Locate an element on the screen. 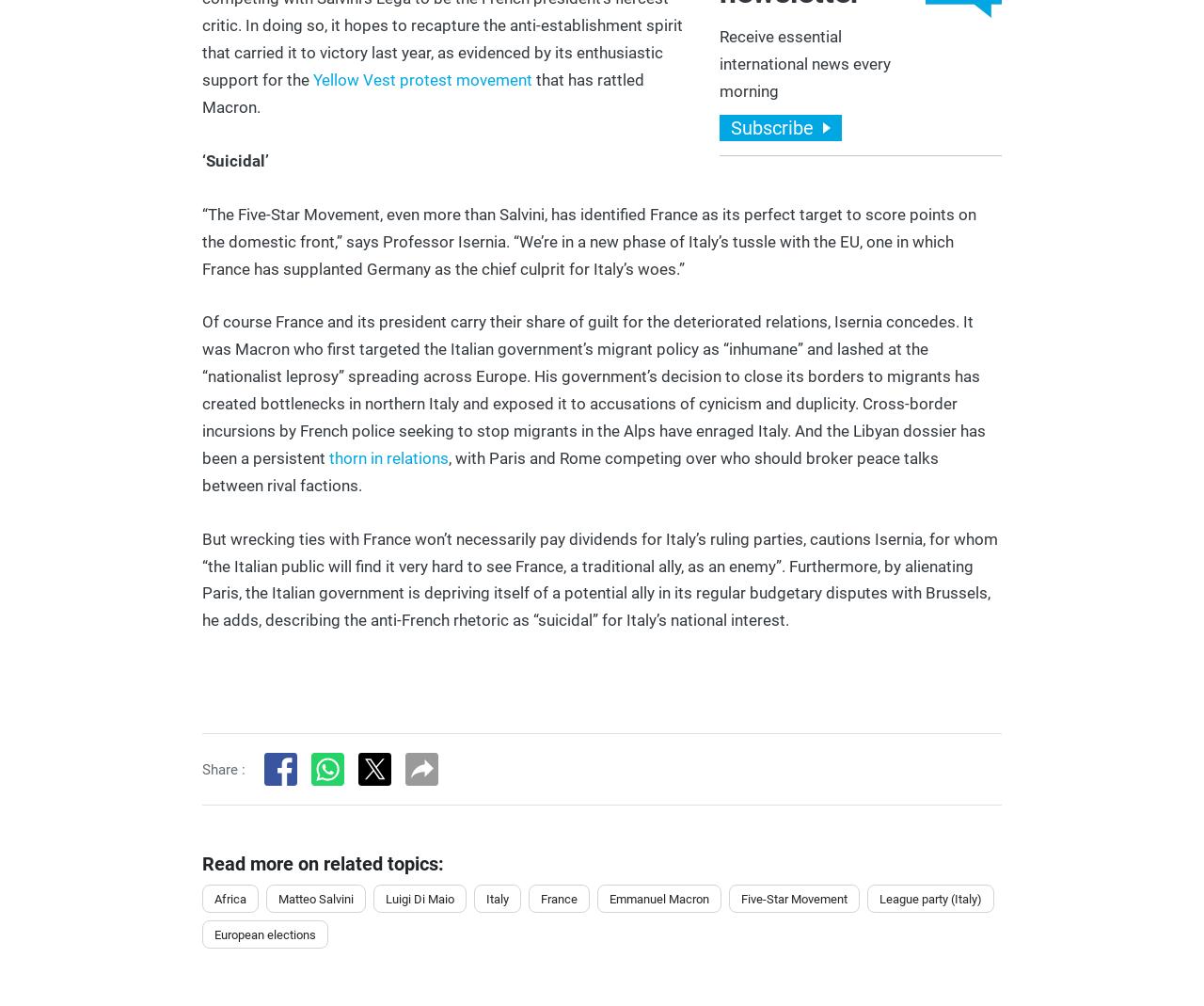 The image size is (1204, 1006). 'Matteo Salvini' is located at coordinates (316, 897).